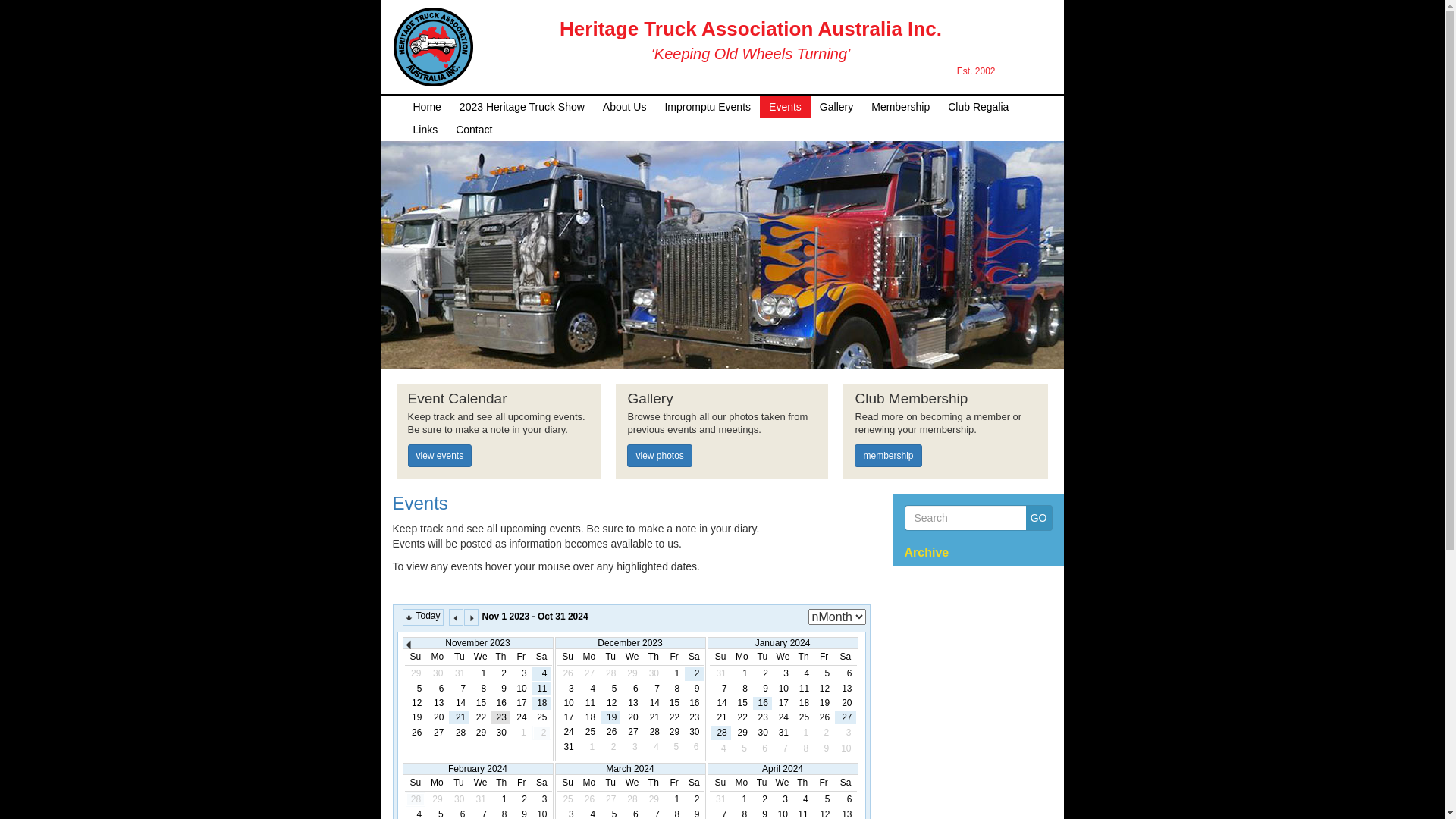 Image resolution: width=1456 pixels, height=819 pixels. What do you see at coordinates (659, 455) in the screenshot?
I see `'view photos'` at bounding box center [659, 455].